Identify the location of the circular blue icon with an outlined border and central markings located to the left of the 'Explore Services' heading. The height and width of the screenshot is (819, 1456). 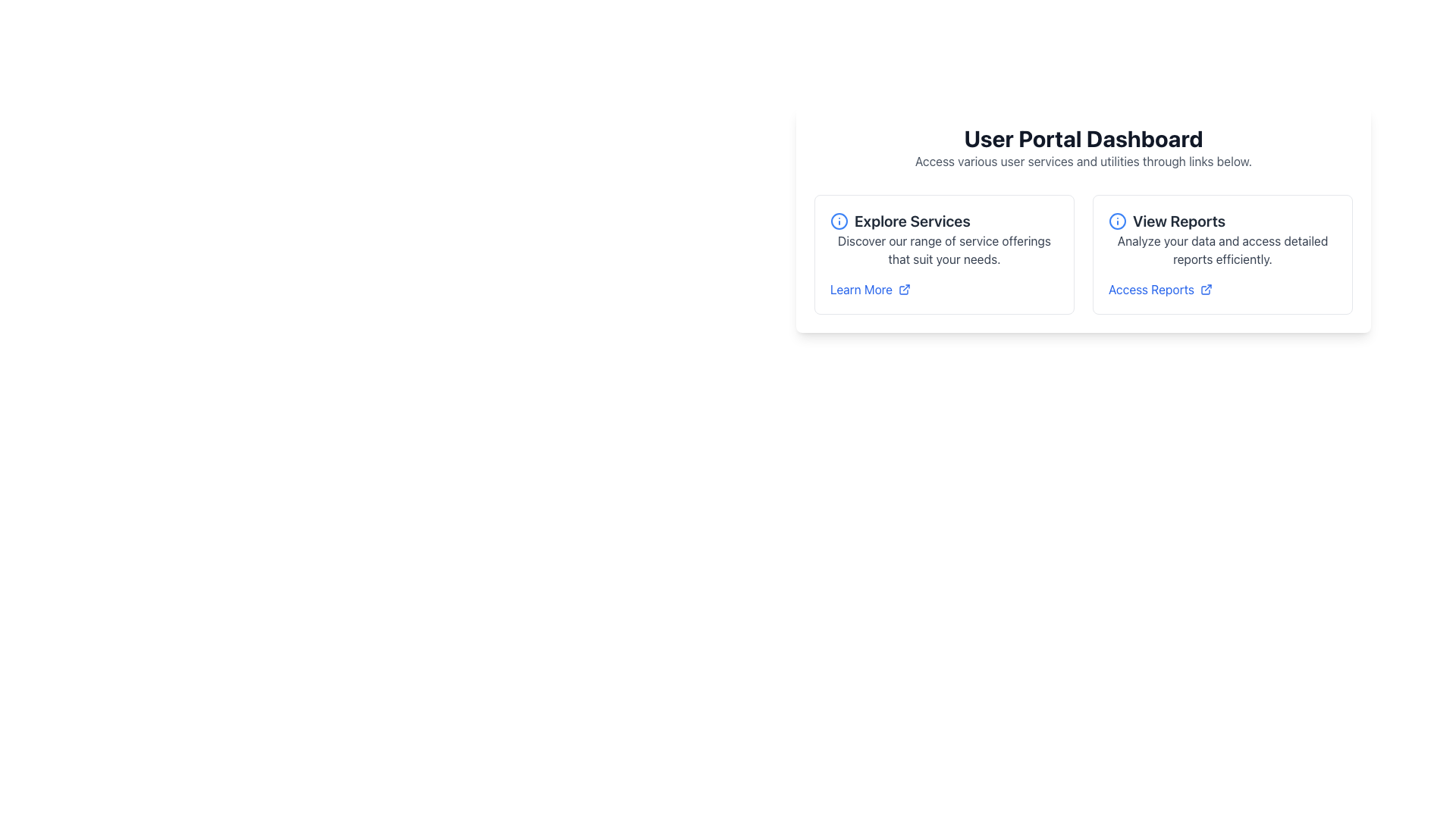
(839, 221).